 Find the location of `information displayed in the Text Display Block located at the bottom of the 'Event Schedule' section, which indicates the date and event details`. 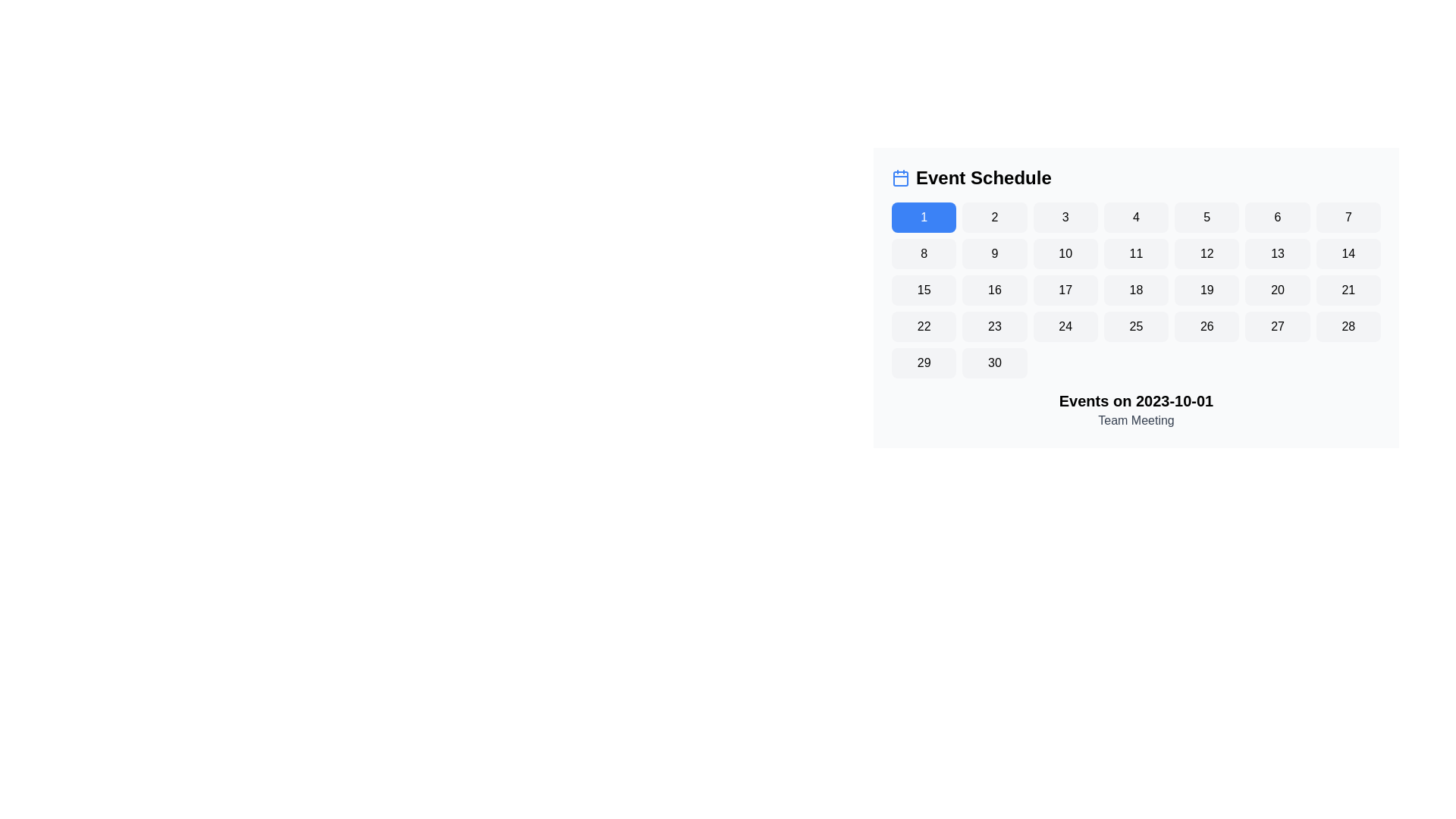

information displayed in the Text Display Block located at the bottom of the 'Event Schedule' section, which indicates the date and event details is located at coordinates (1136, 409).